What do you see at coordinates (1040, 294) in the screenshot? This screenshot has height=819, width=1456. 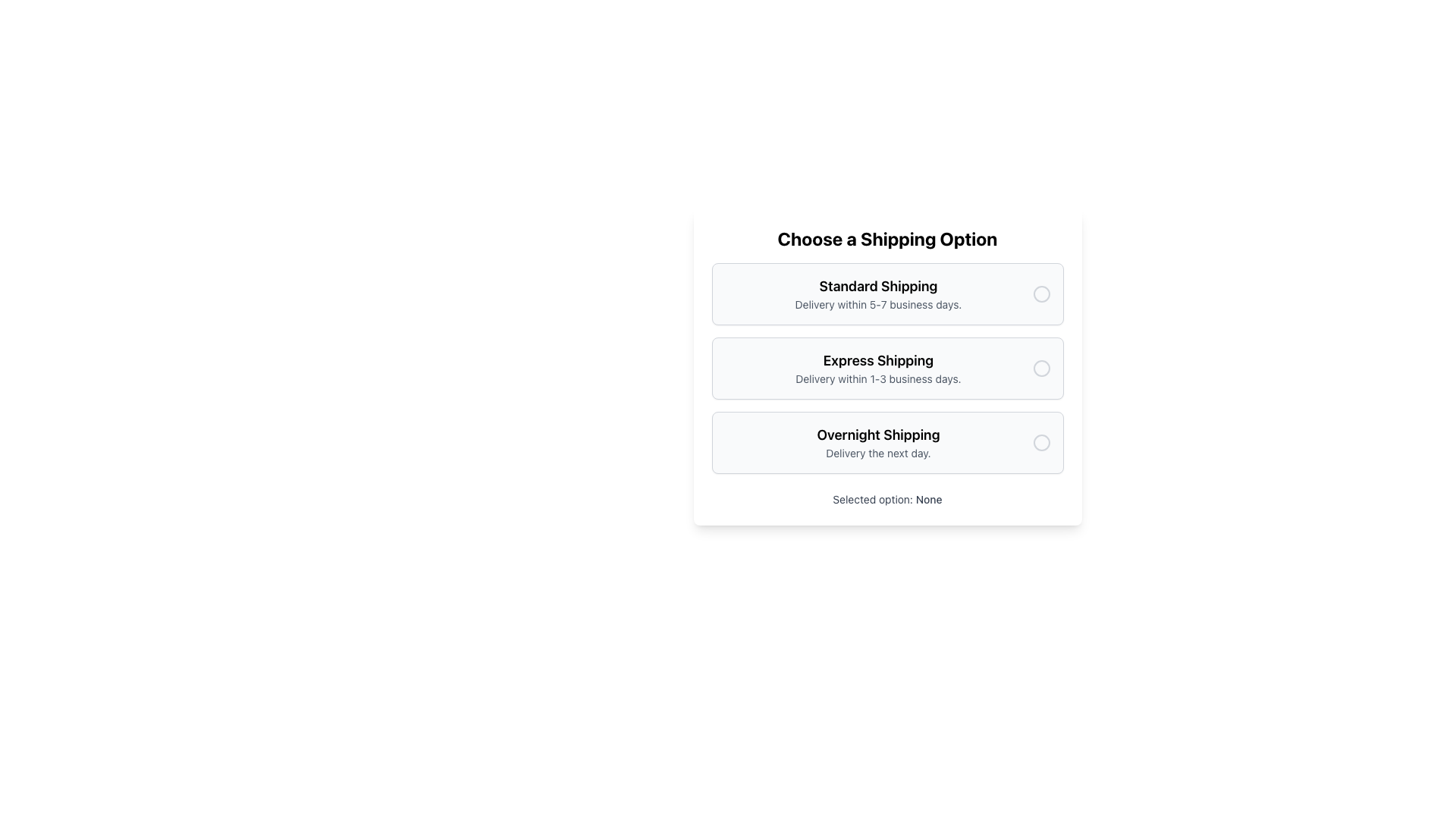 I see `the radio button indicator for the 'Standard Shipping' option` at bounding box center [1040, 294].